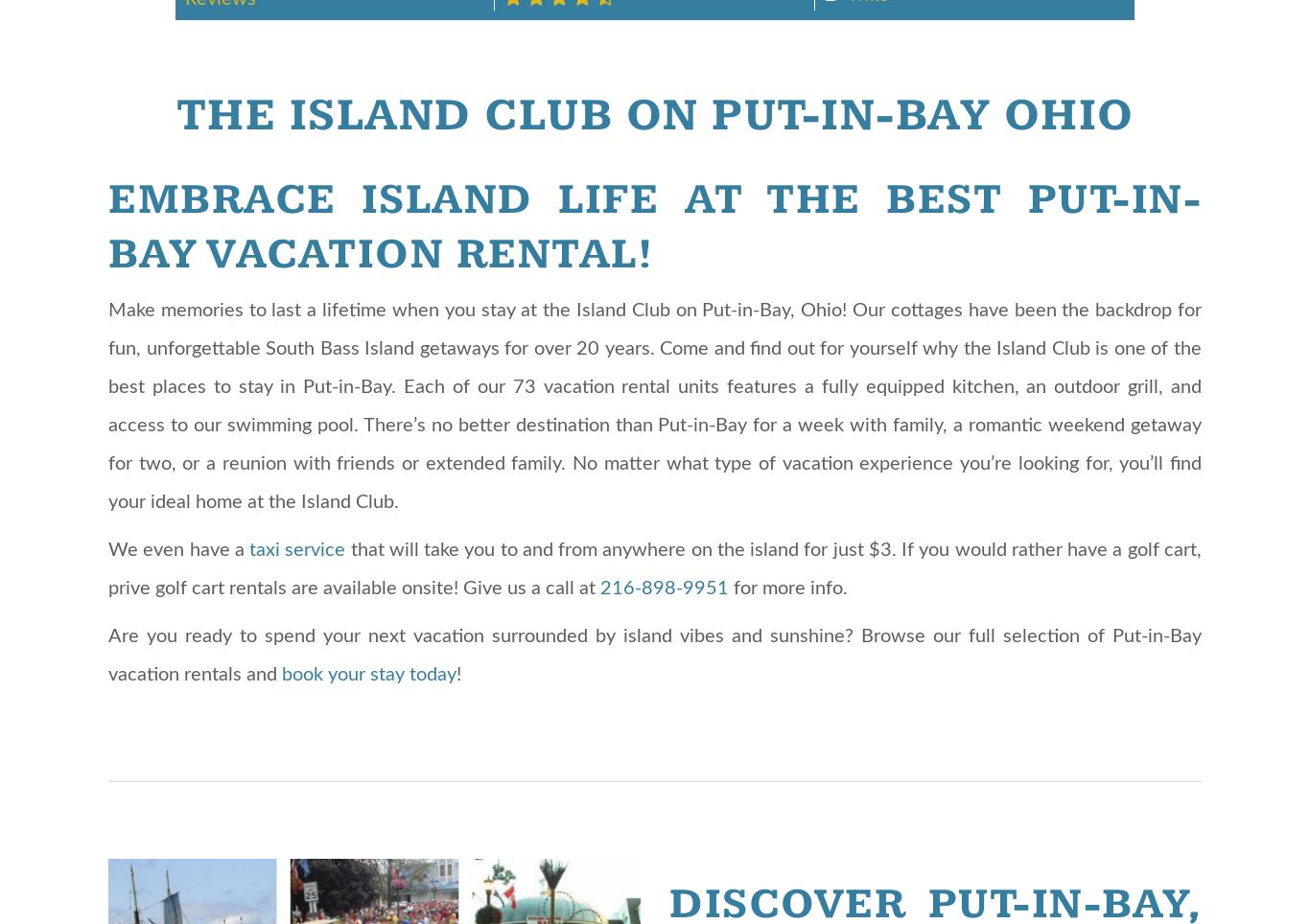 The height and width of the screenshot is (924, 1310). Describe the element at coordinates (599, 588) in the screenshot. I see `'216-898-9951'` at that location.